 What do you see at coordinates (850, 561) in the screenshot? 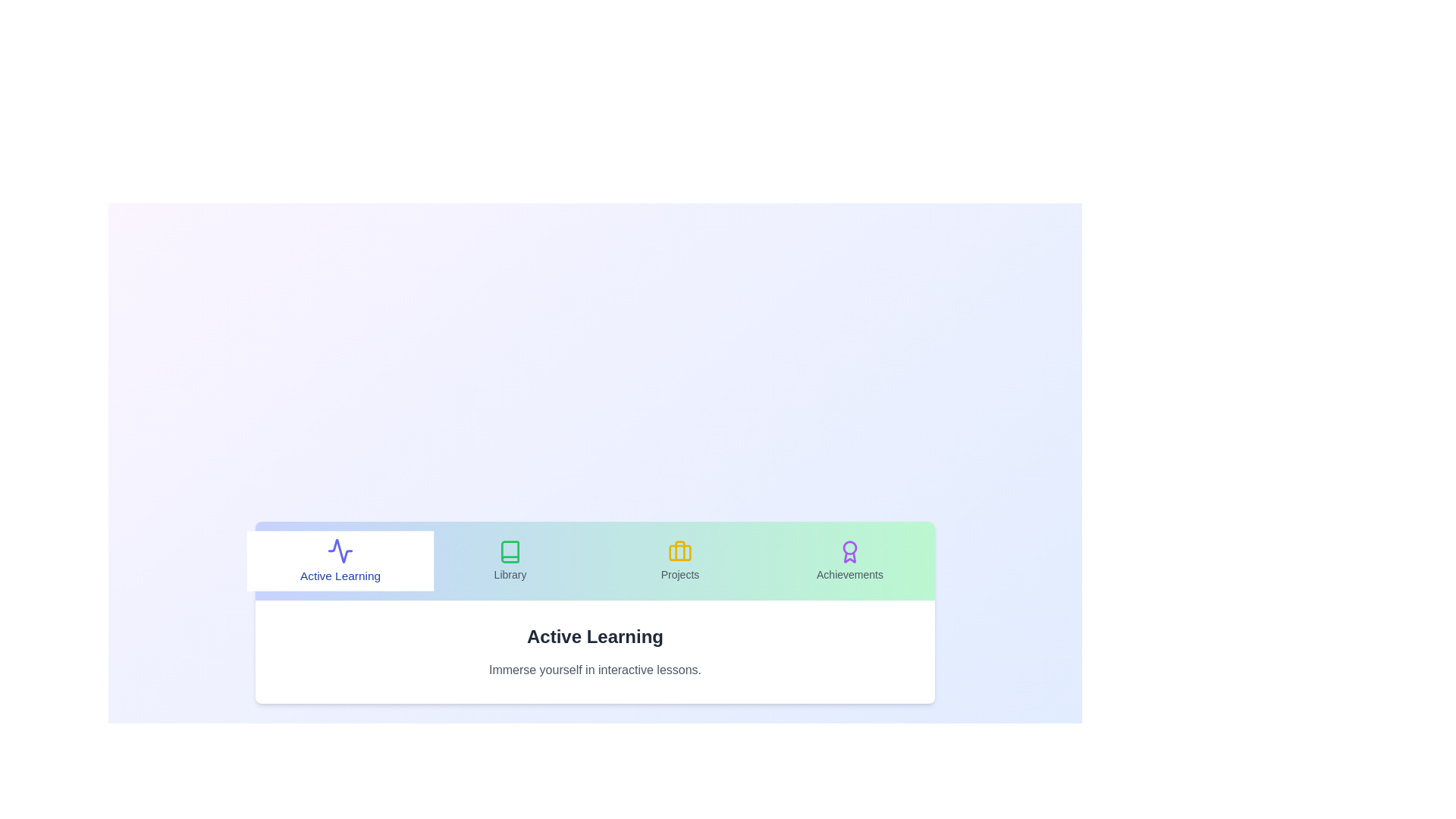
I see `the tab labeled Achievements to observe its hover effect` at bounding box center [850, 561].